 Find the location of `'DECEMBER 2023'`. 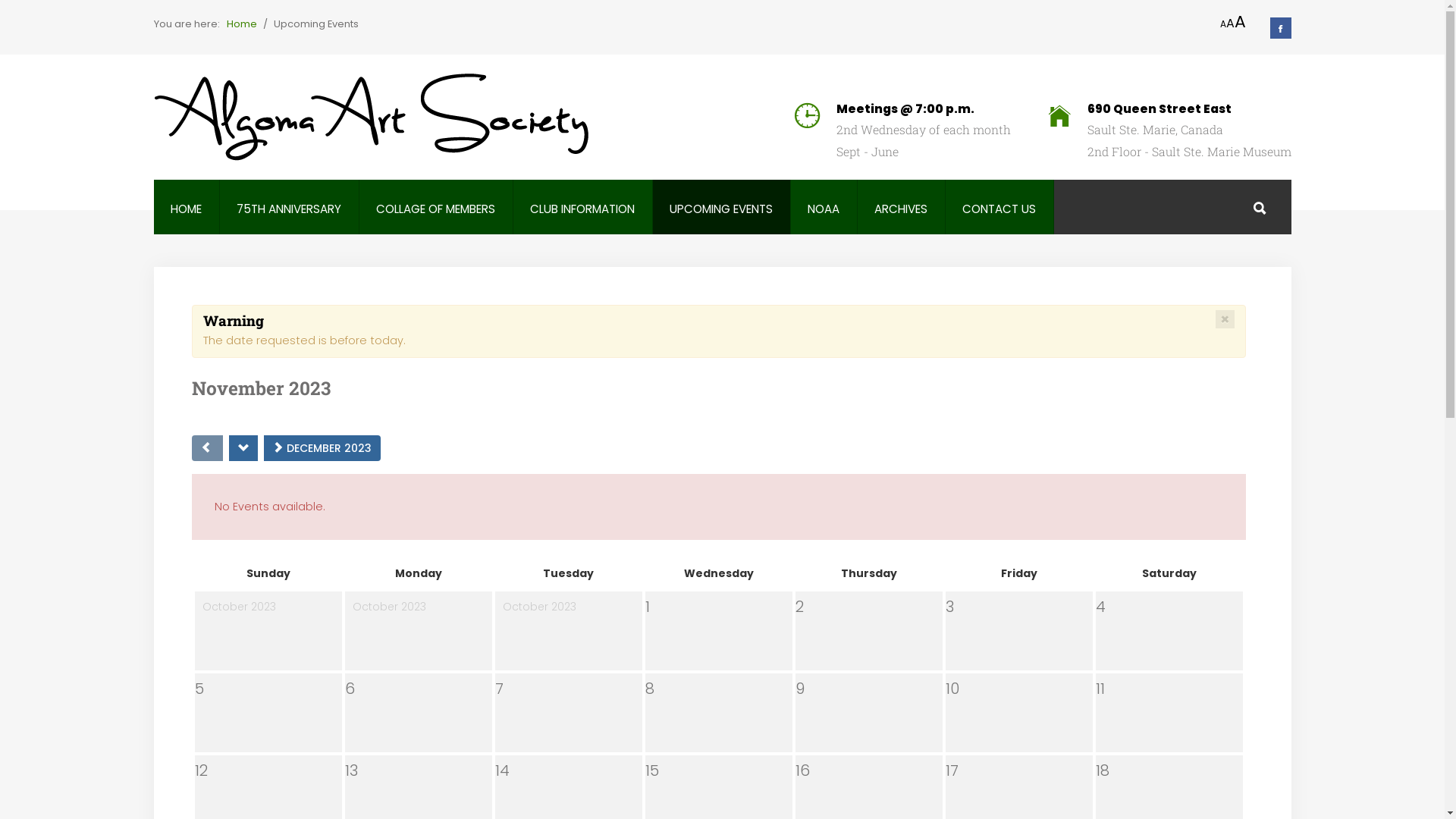

'DECEMBER 2023' is located at coordinates (322, 447).